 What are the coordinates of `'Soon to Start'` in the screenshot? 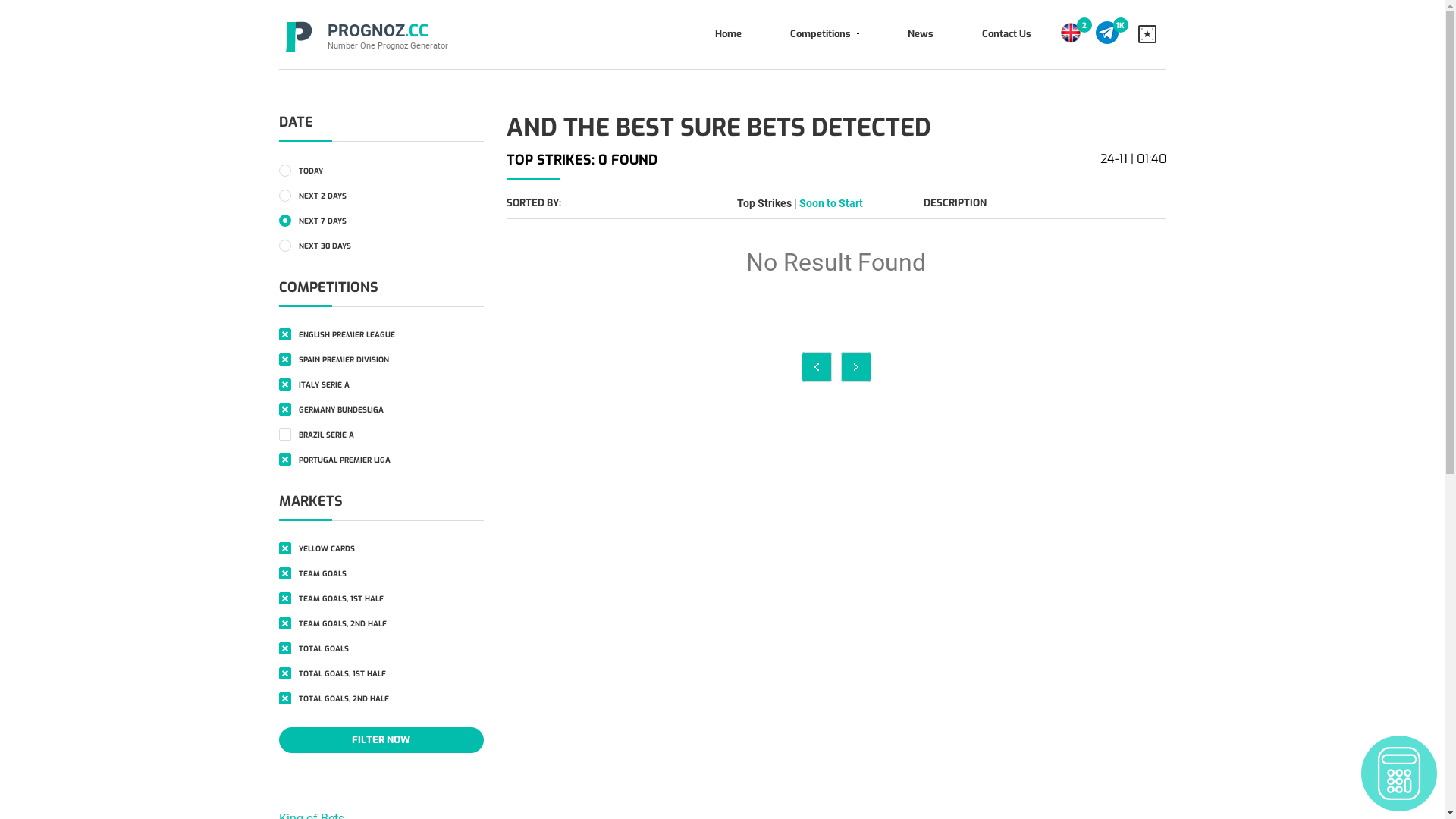 It's located at (799, 202).